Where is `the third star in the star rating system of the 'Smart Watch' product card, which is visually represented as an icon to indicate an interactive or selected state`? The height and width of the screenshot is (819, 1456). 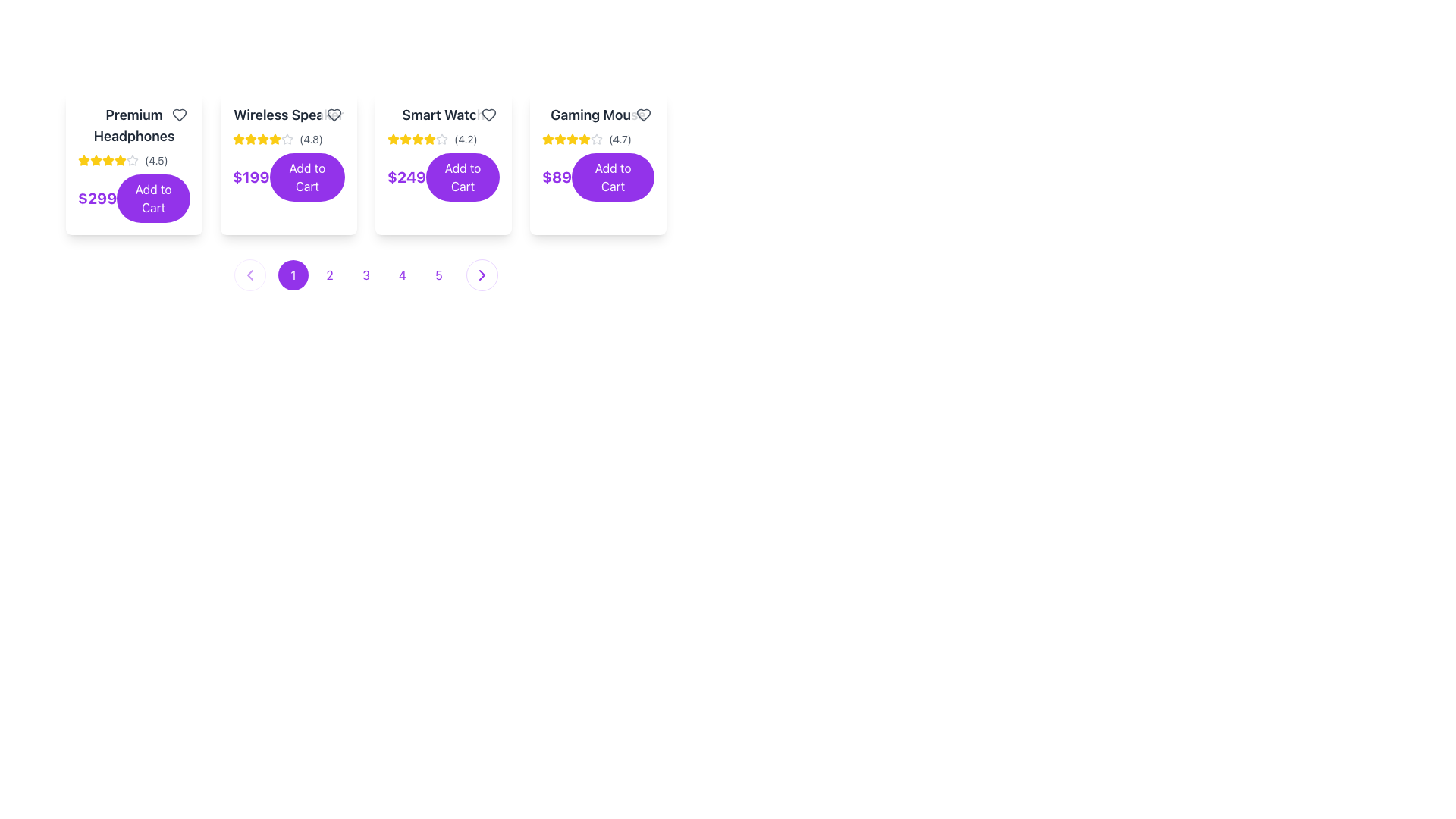 the third star in the star rating system of the 'Smart Watch' product card, which is visually represented as an icon to indicate an interactive or selected state is located at coordinates (428, 139).